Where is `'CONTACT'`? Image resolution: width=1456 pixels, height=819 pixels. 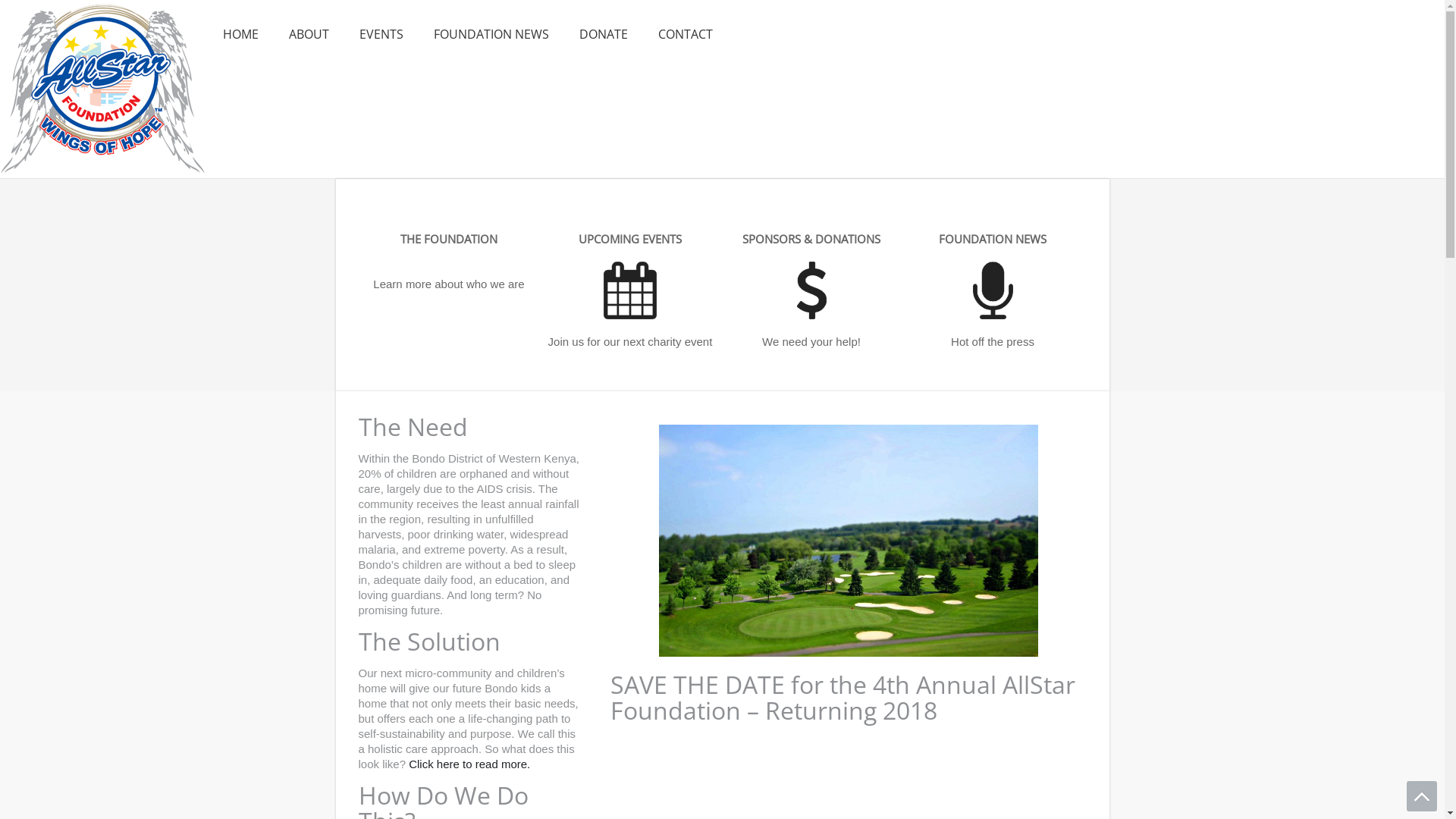 'CONTACT' is located at coordinates (684, 34).